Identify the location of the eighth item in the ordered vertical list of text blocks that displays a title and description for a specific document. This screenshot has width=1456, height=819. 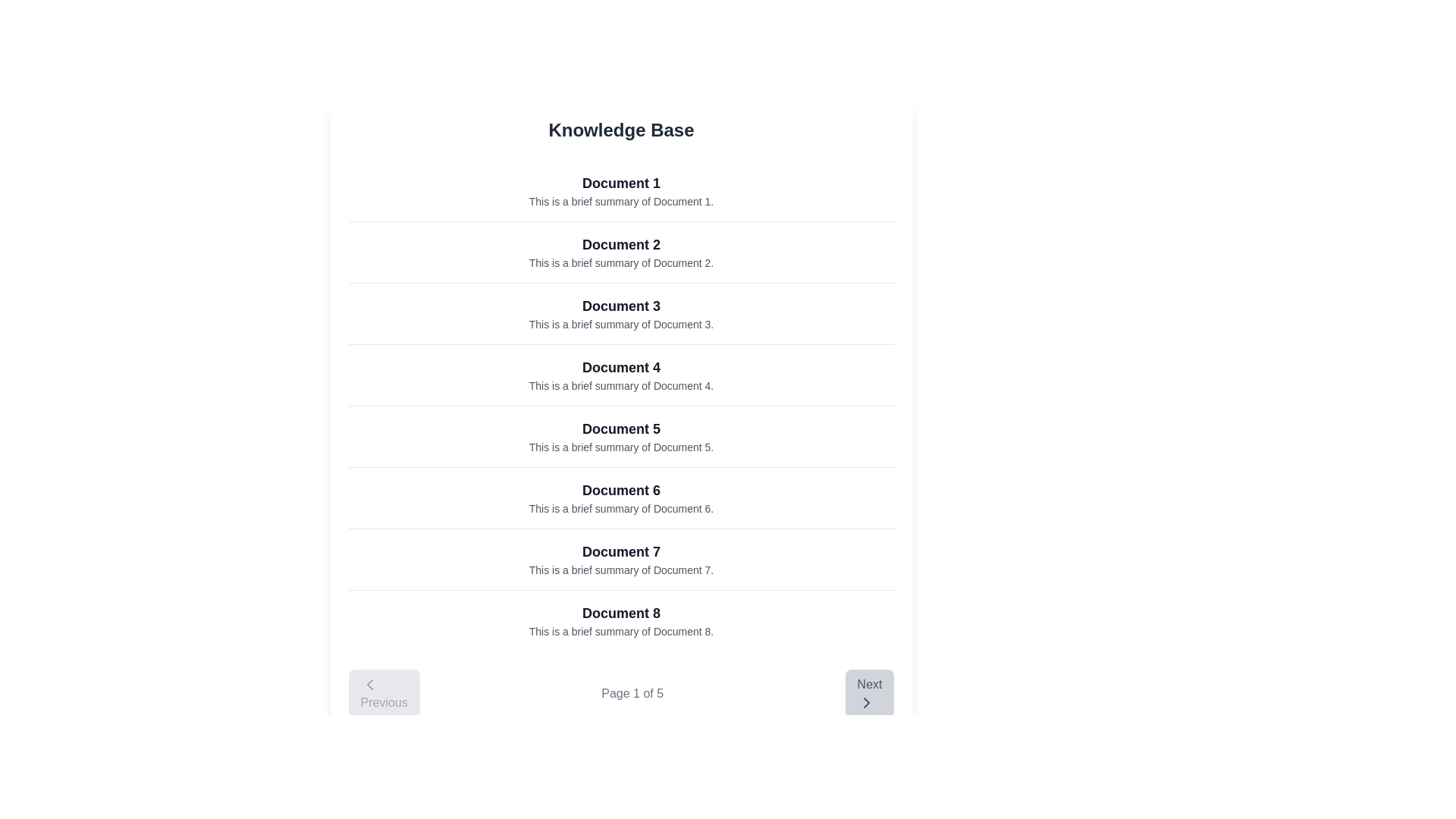
(621, 620).